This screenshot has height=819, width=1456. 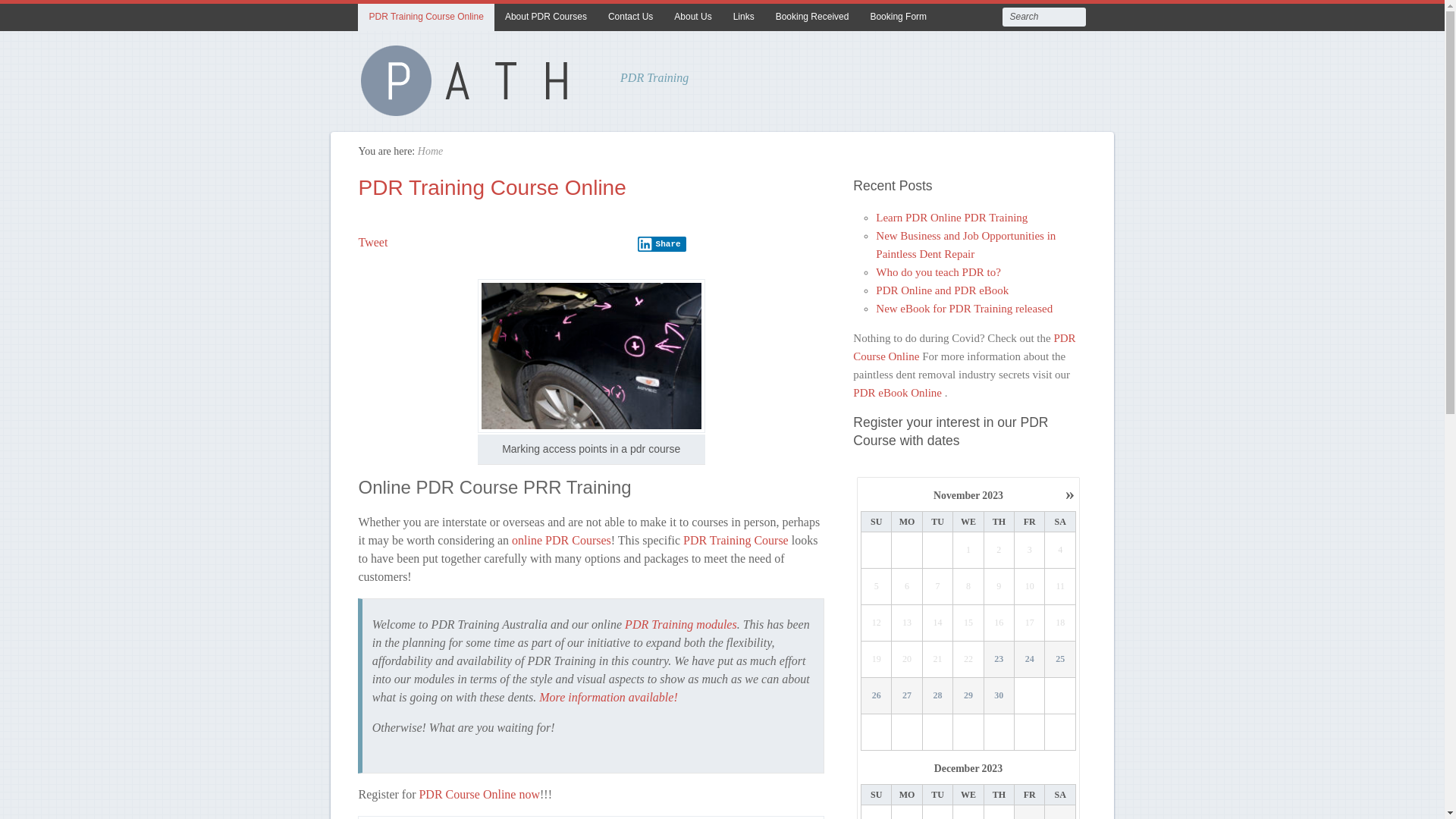 I want to click on 'Booking Received', so click(x=811, y=17).